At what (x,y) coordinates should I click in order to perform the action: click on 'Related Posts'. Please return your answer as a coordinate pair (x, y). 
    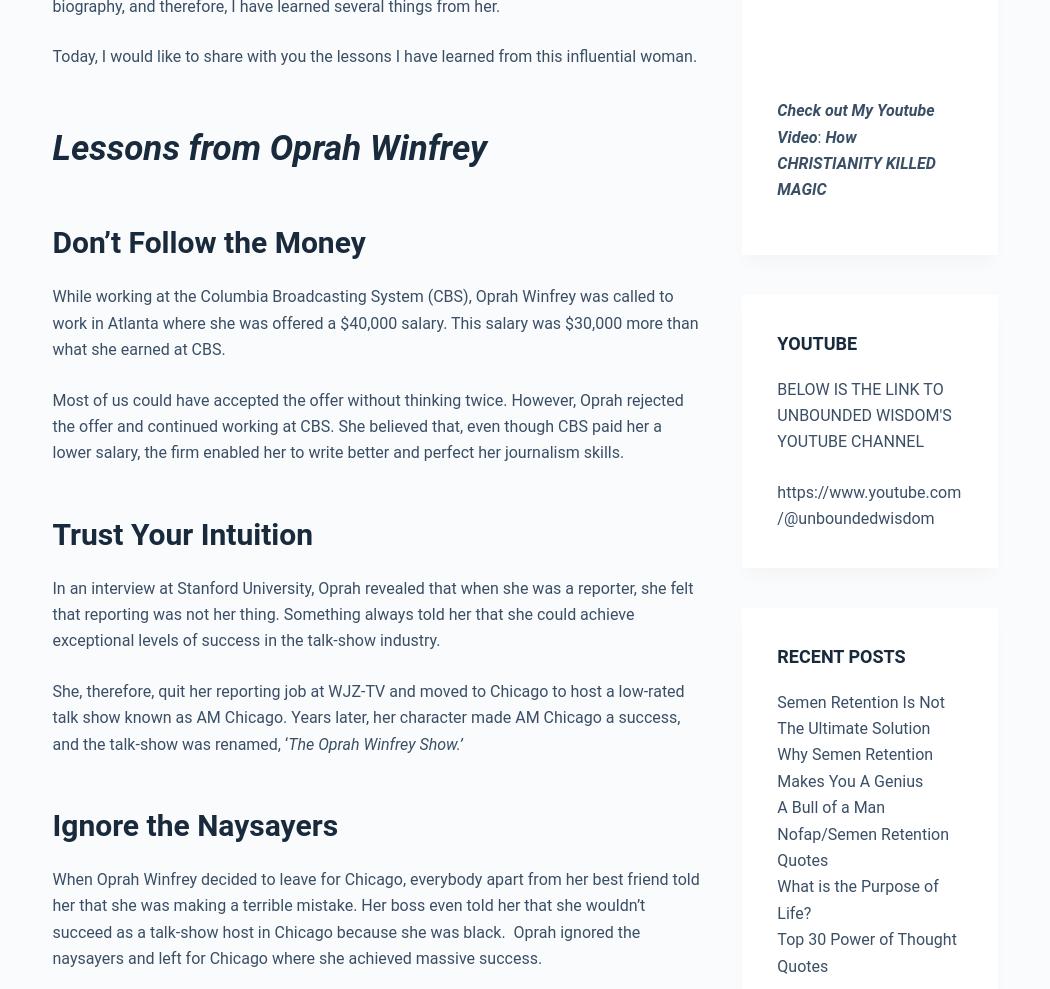
    Looking at the image, I should click on (50, 415).